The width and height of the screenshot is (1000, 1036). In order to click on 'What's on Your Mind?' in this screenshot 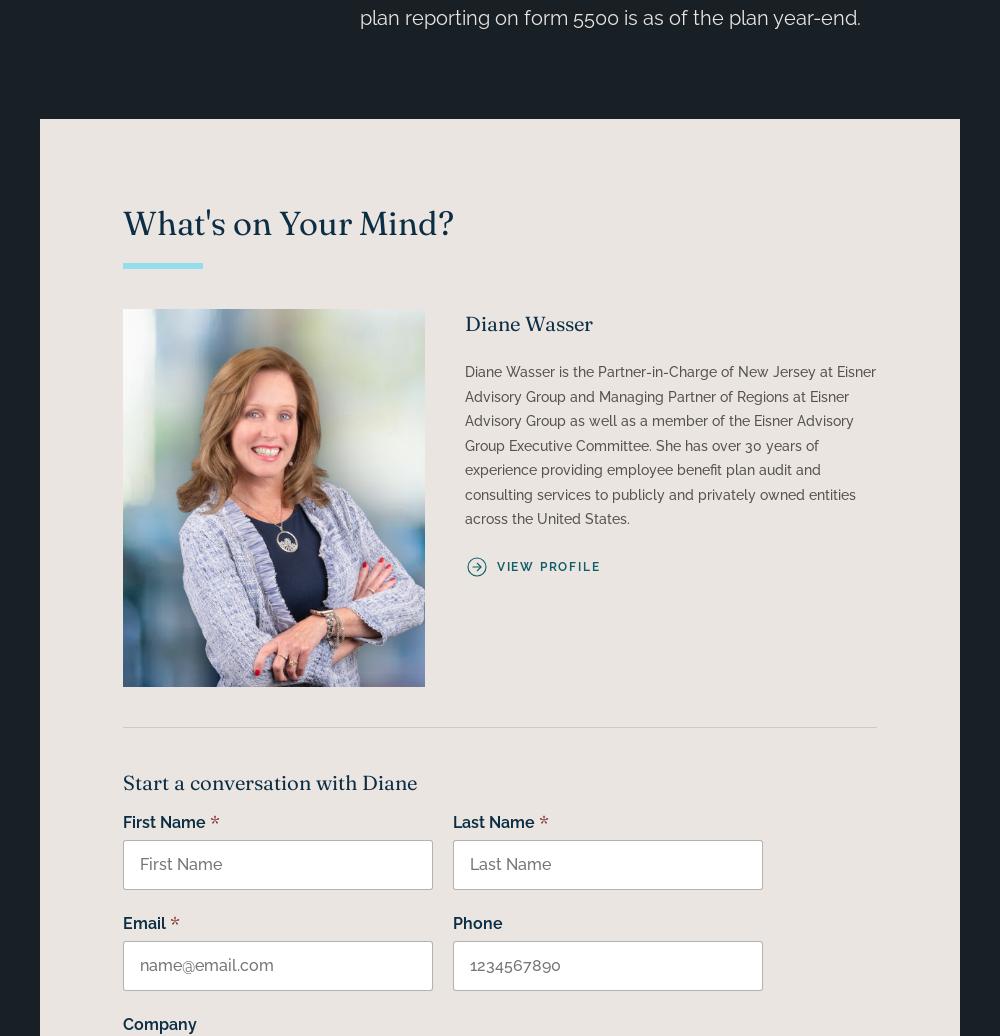, I will do `click(287, 222)`.